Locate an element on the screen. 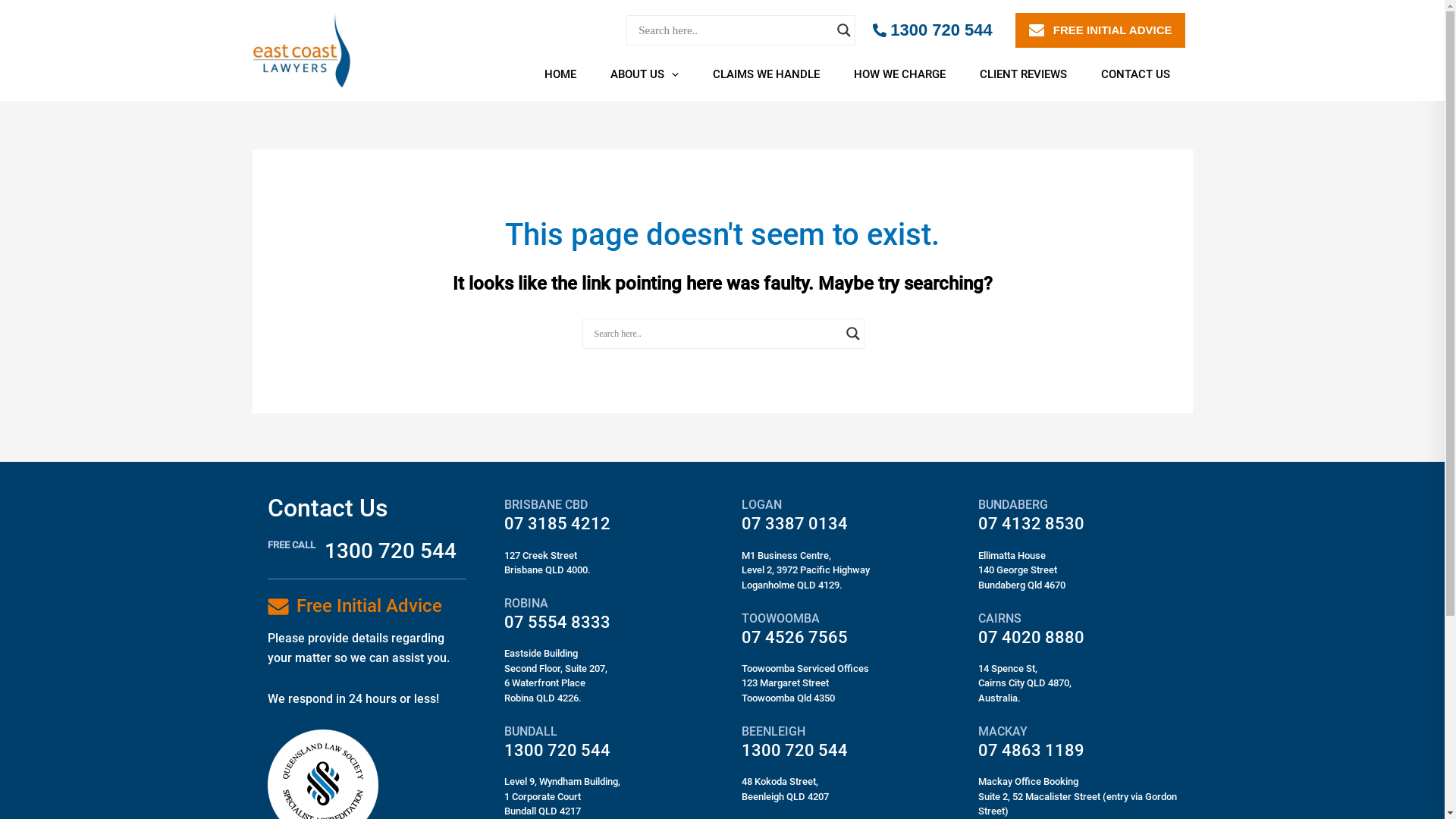 This screenshot has width=1456, height=819. 'HOME' is located at coordinates (564, 74).